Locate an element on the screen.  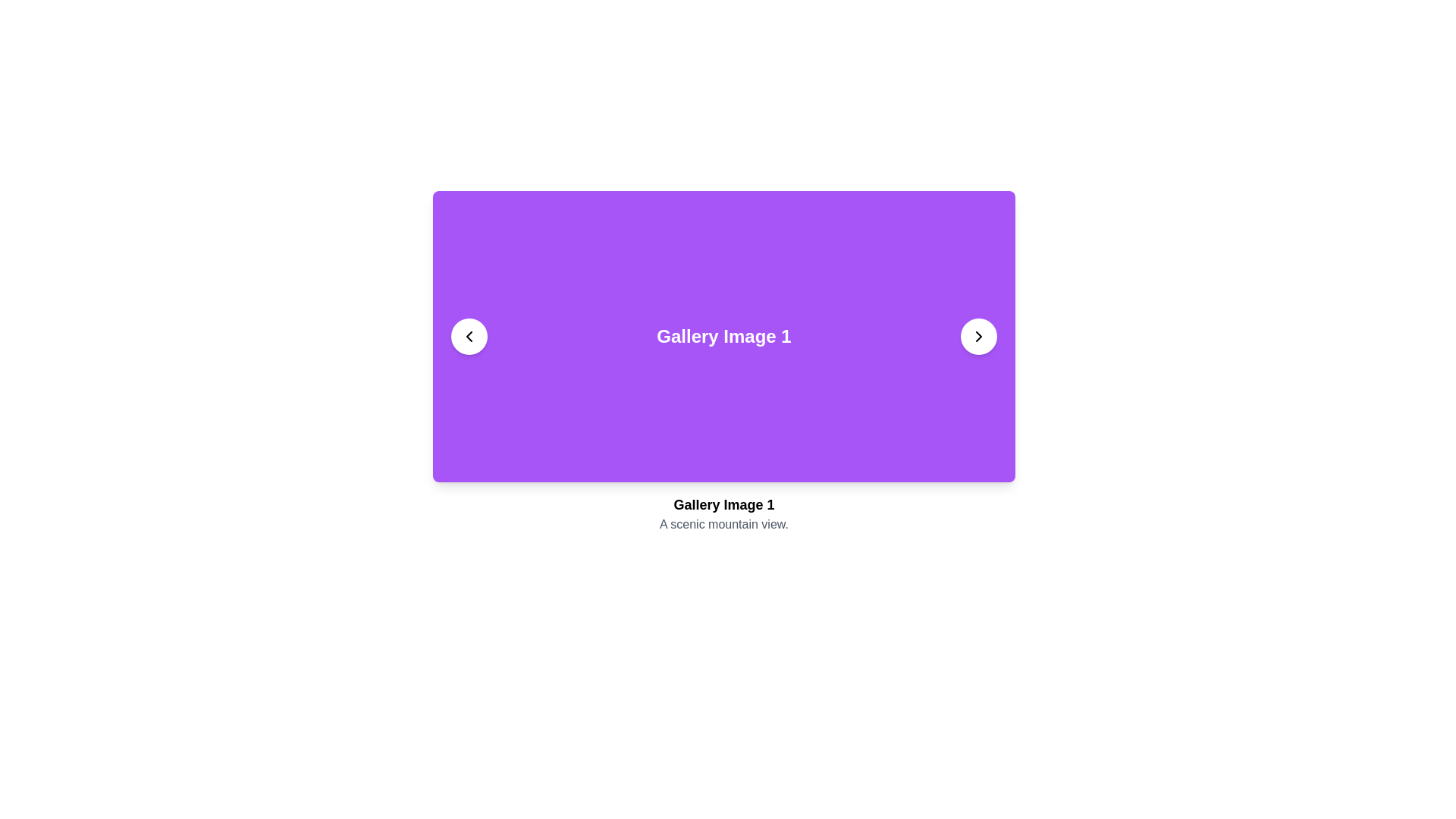
text label displaying 'A scenic mountain view.' located beneath the 'Gallery Image 1' heading in gray color is located at coordinates (723, 523).